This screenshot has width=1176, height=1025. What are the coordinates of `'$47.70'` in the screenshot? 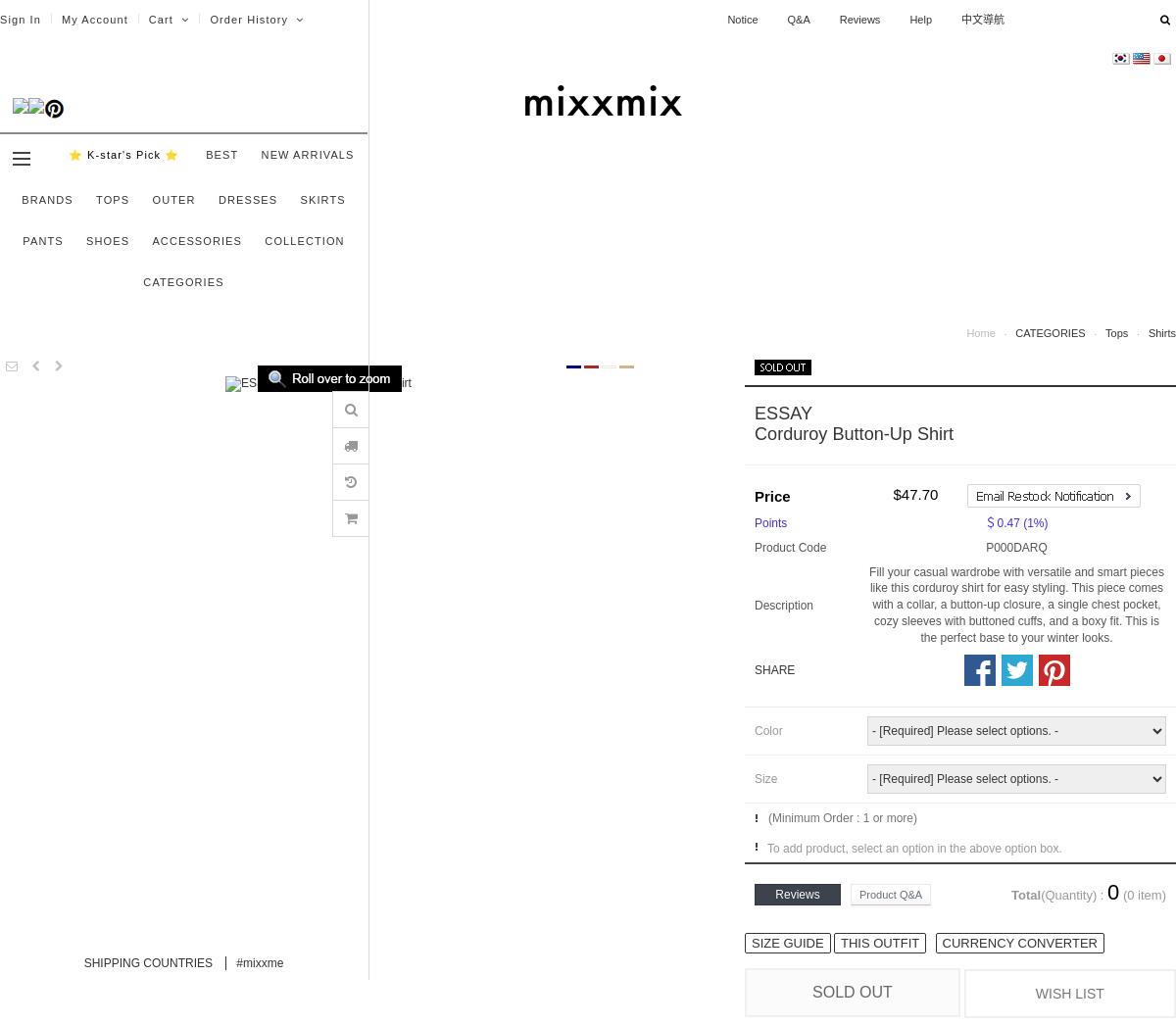 It's located at (914, 493).